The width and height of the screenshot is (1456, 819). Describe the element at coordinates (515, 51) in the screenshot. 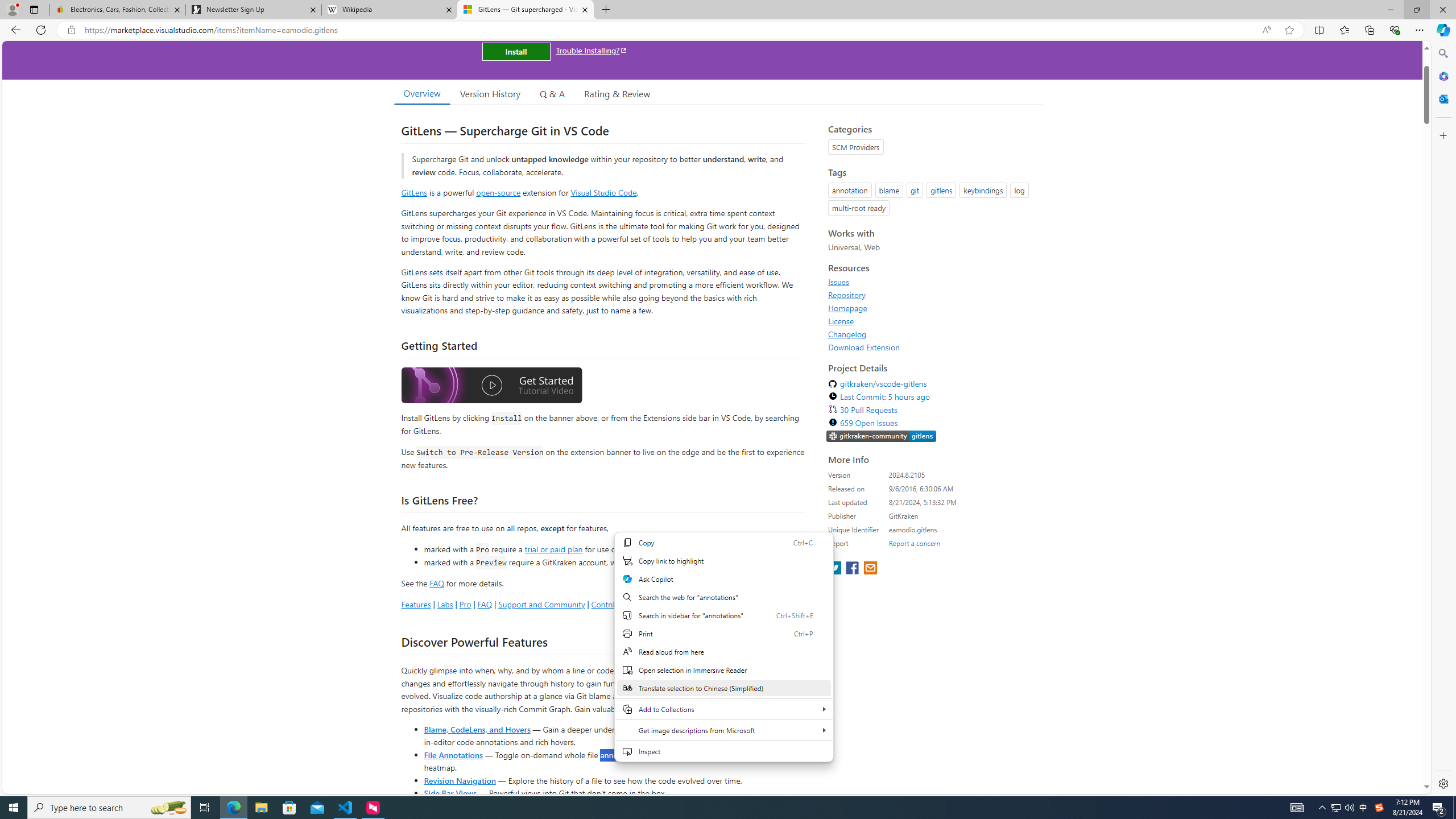

I see `'Install'` at that location.